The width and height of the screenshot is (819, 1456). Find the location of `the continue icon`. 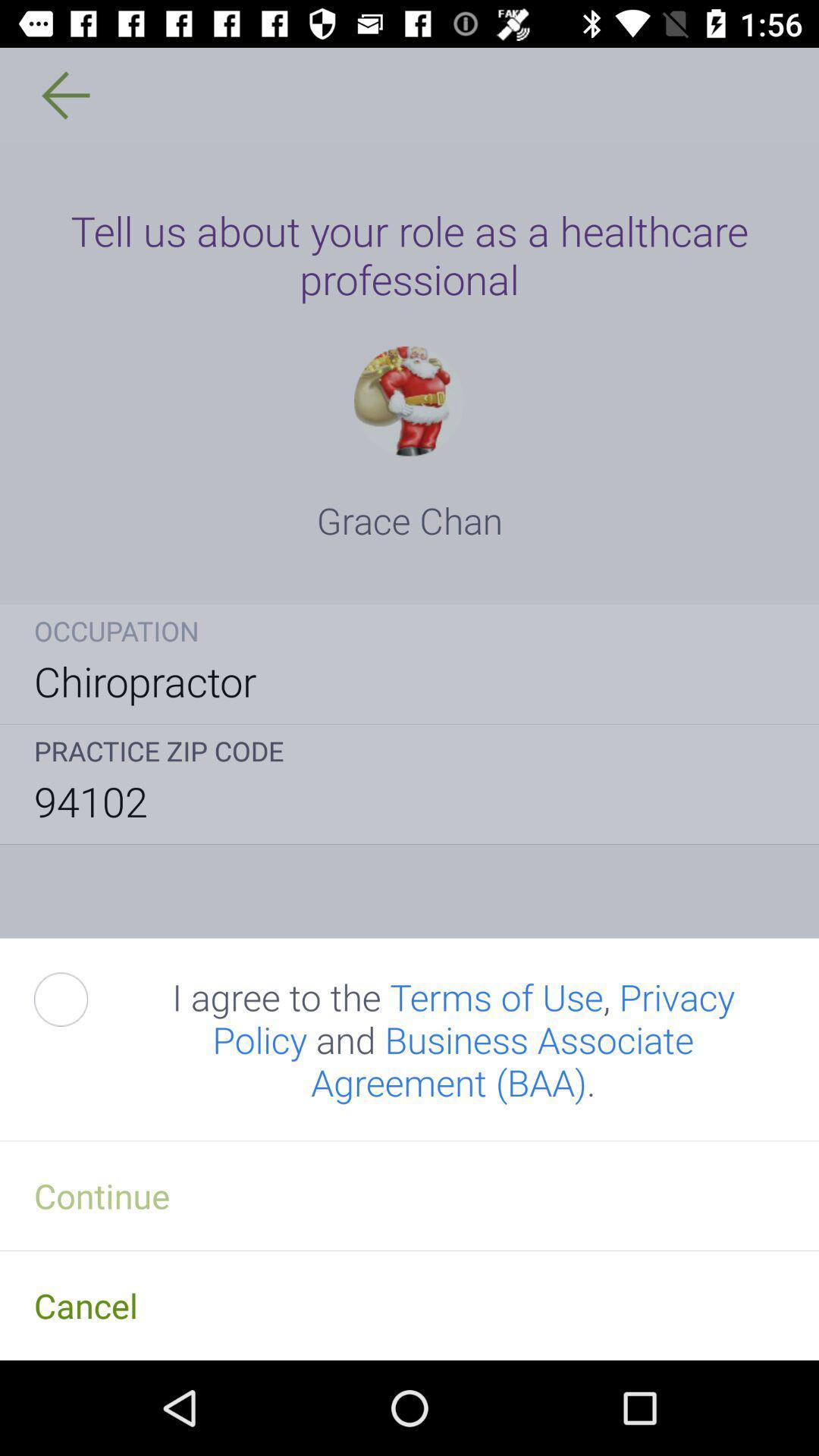

the continue icon is located at coordinates (409, 1194).